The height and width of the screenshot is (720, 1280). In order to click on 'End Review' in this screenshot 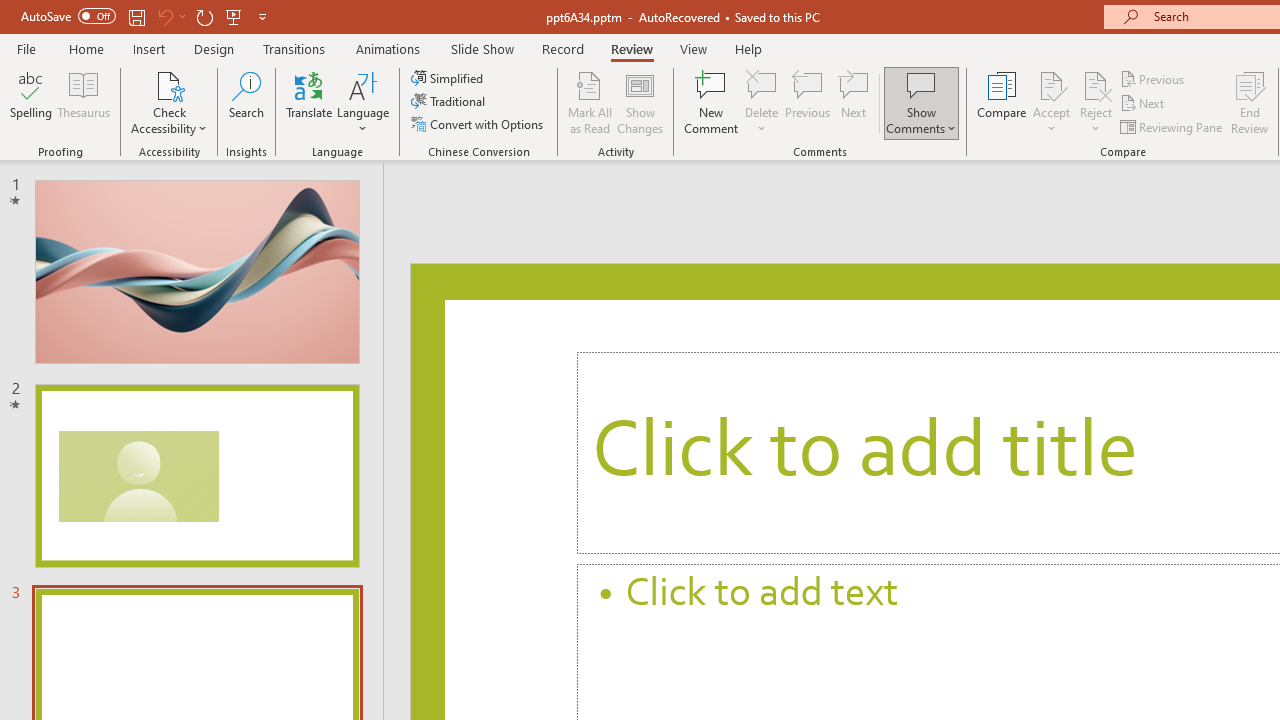, I will do `click(1248, 103)`.